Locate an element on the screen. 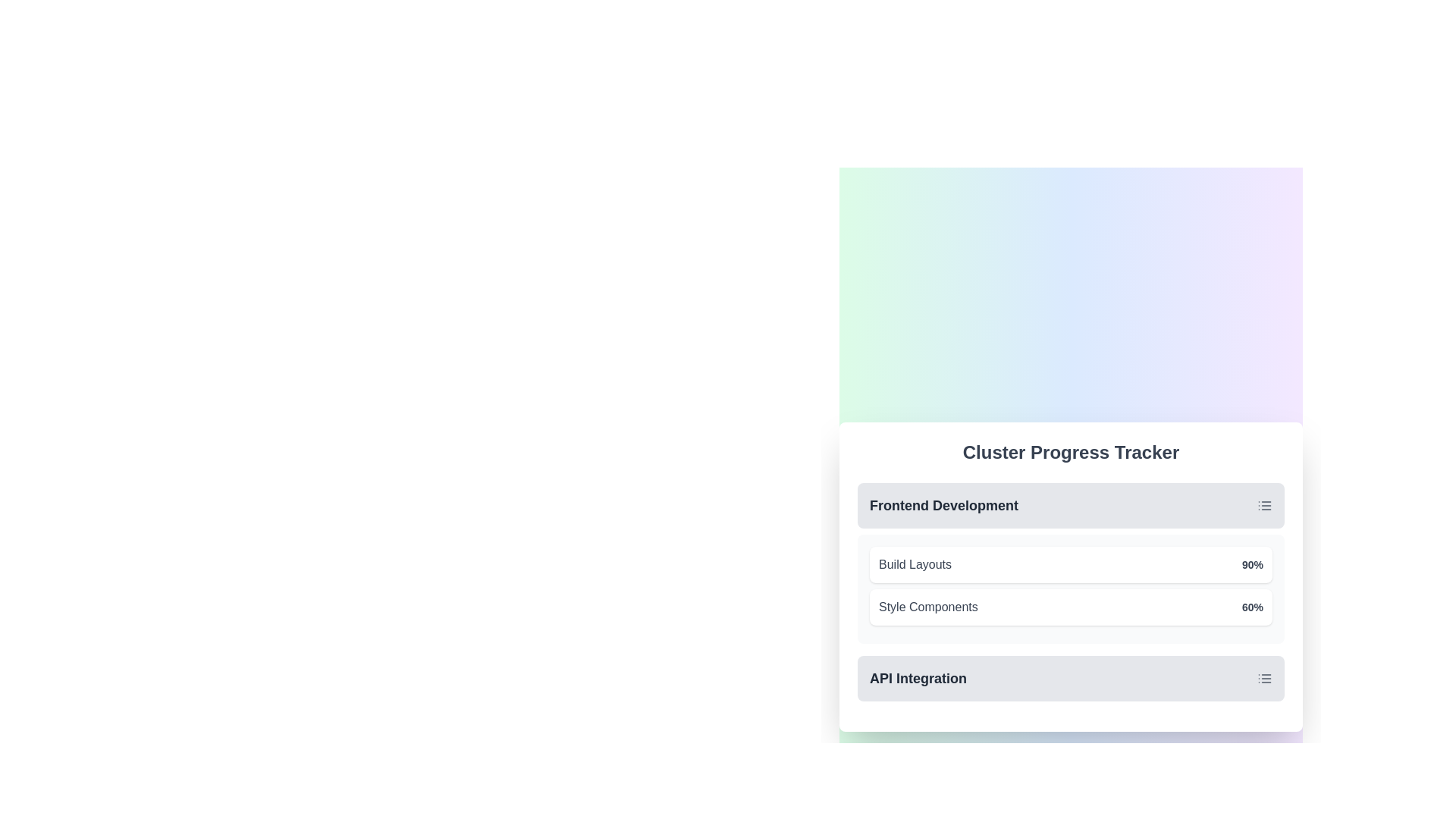 This screenshot has height=819, width=1456. displayed percentage from the text label showing '60%' located in the bottom-right corner of the 'Style Components' section, next to the progress bar is located at coordinates (1249, 607).